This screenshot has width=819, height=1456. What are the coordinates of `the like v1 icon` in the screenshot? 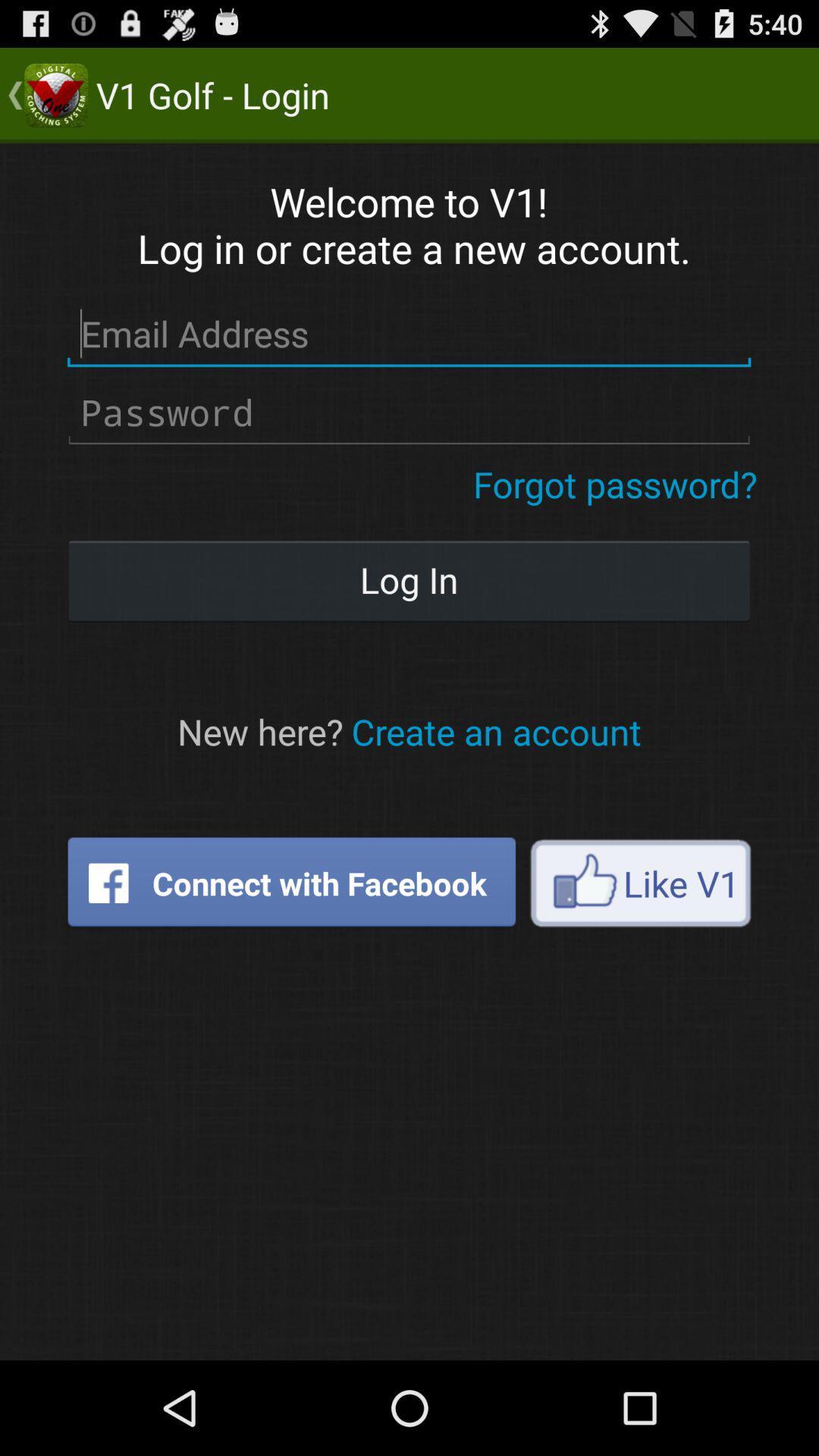 It's located at (640, 883).